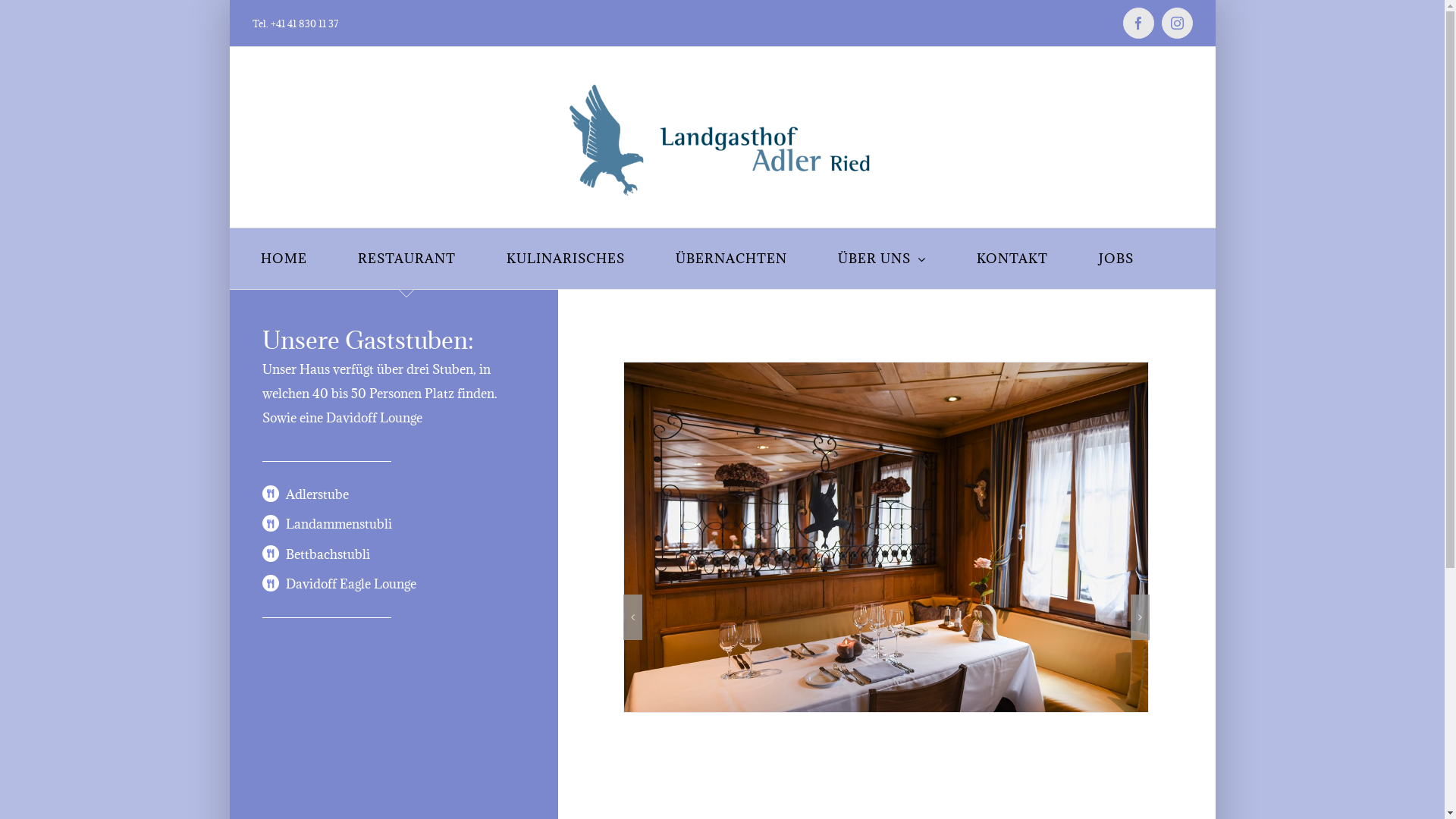  What do you see at coordinates (350, 583) in the screenshot?
I see `'Davidoff Eagle Lounge'` at bounding box center [350, 583].